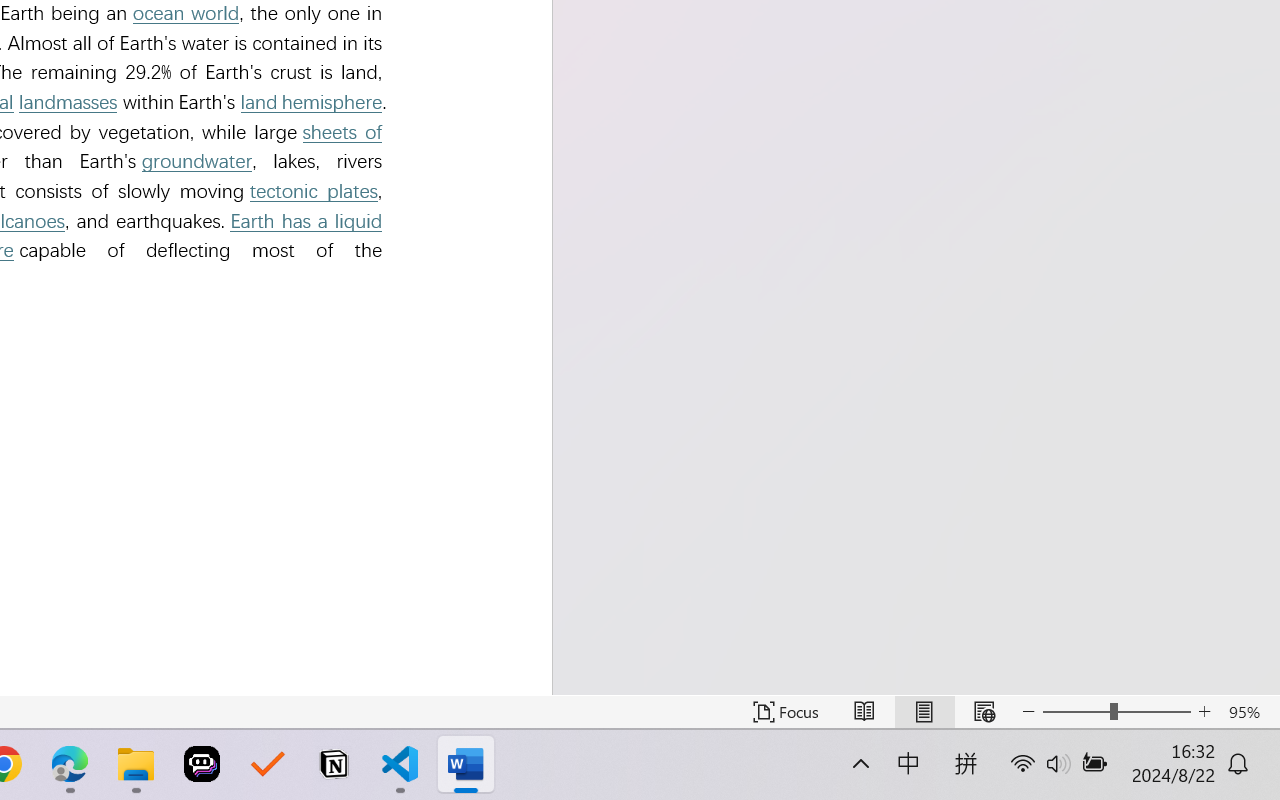  Describe the element at coordinates (310, 101) in the screenshot. I see `'land hemisphere'` at that location.